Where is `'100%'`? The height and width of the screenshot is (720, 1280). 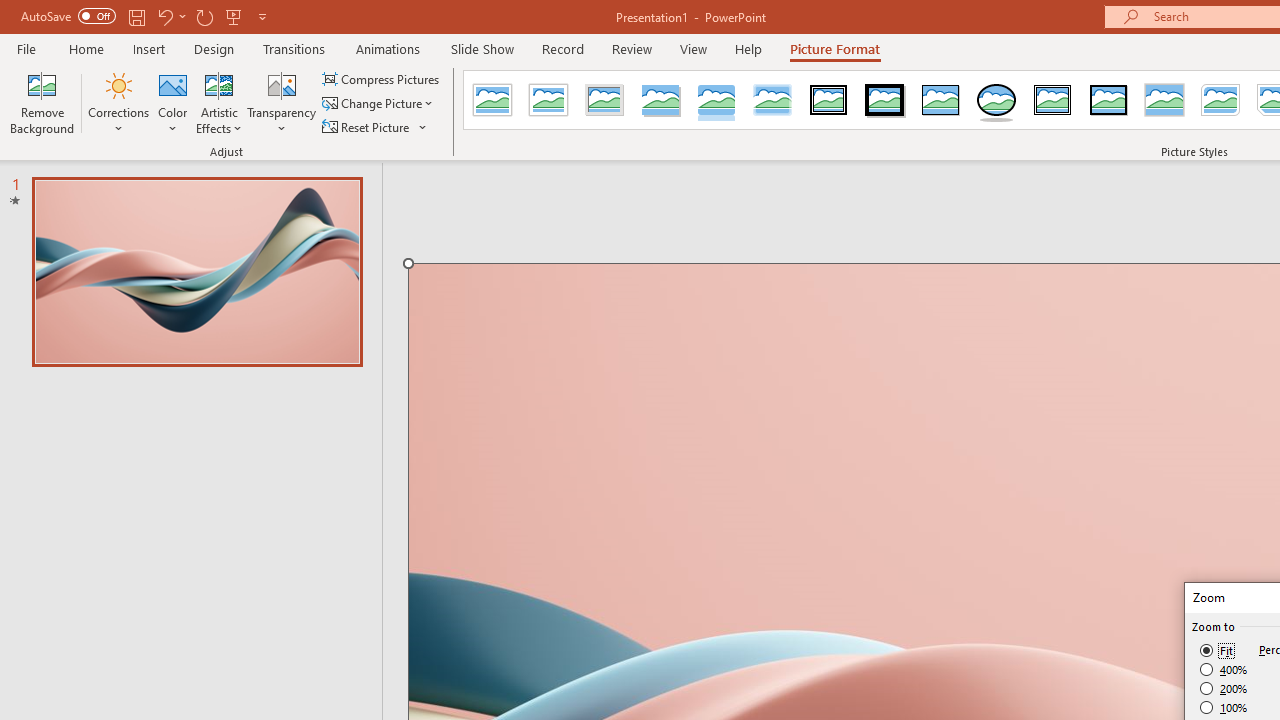 '100%' is located at coordinates (1223, 706).